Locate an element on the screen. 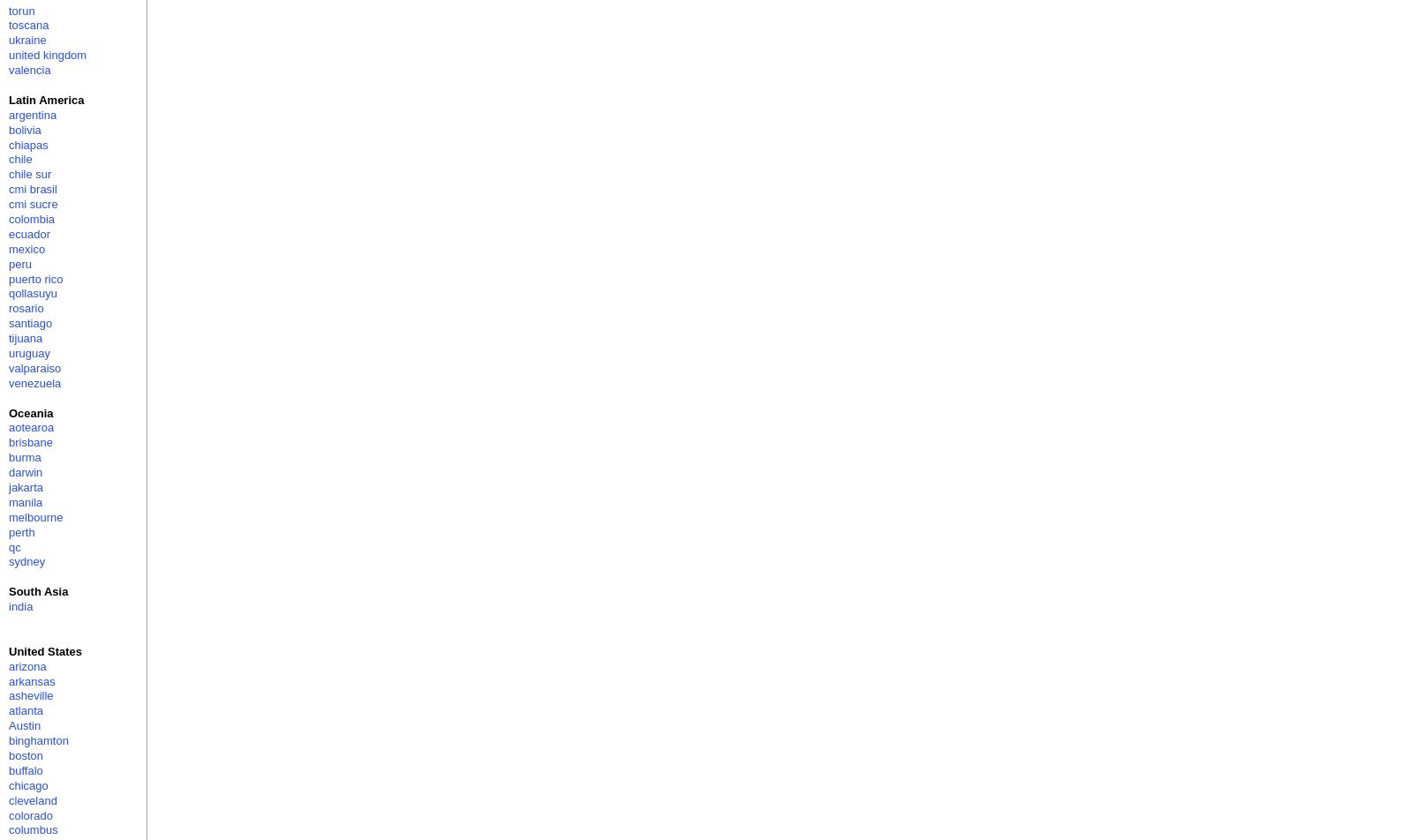 Image resolution: width=1412 pixels, height=840 pixels. 'perth' is located at coordinates (20, 531).